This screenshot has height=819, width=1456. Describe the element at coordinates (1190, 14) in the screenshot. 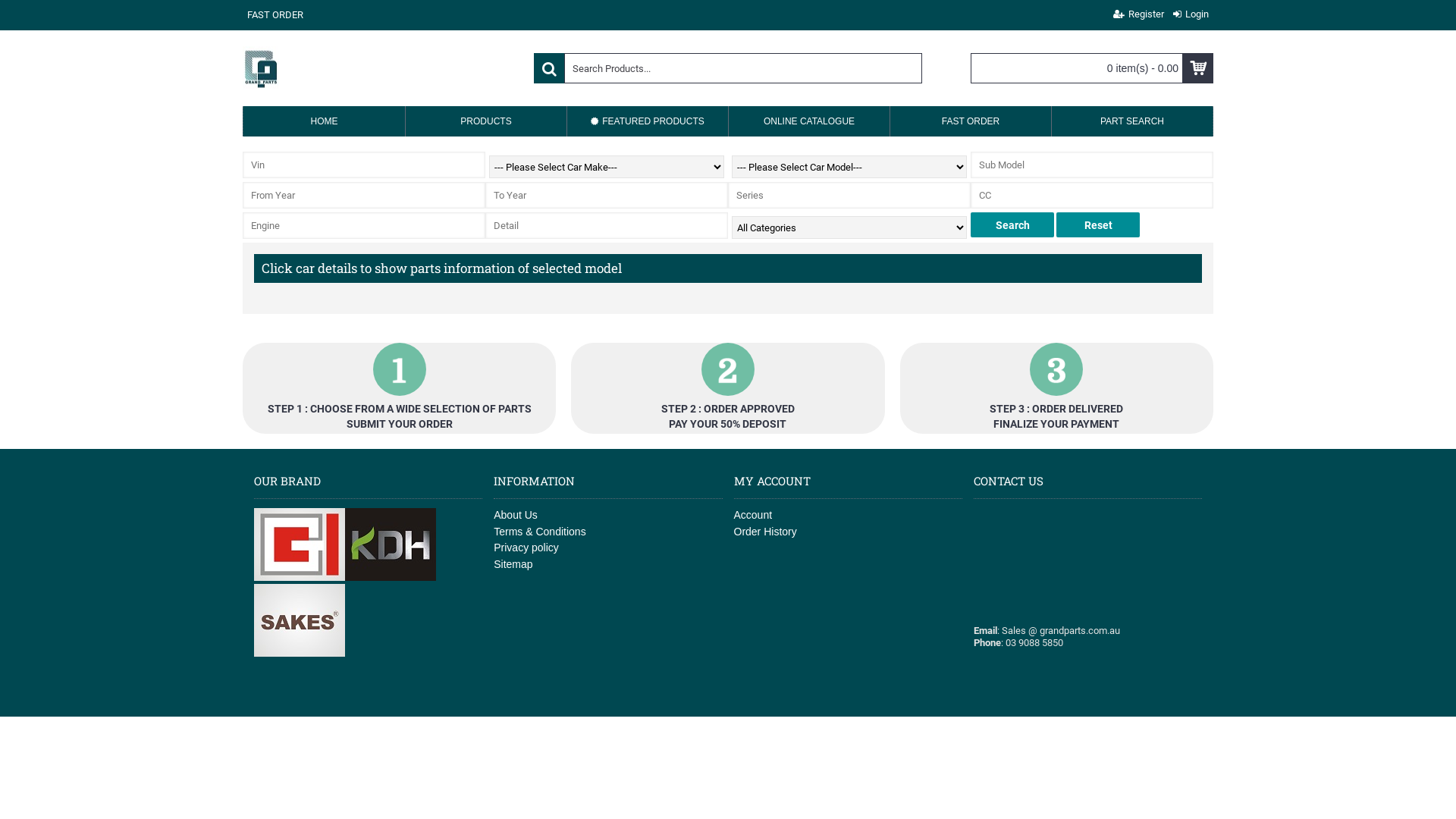

I see `'Login'` at that location.